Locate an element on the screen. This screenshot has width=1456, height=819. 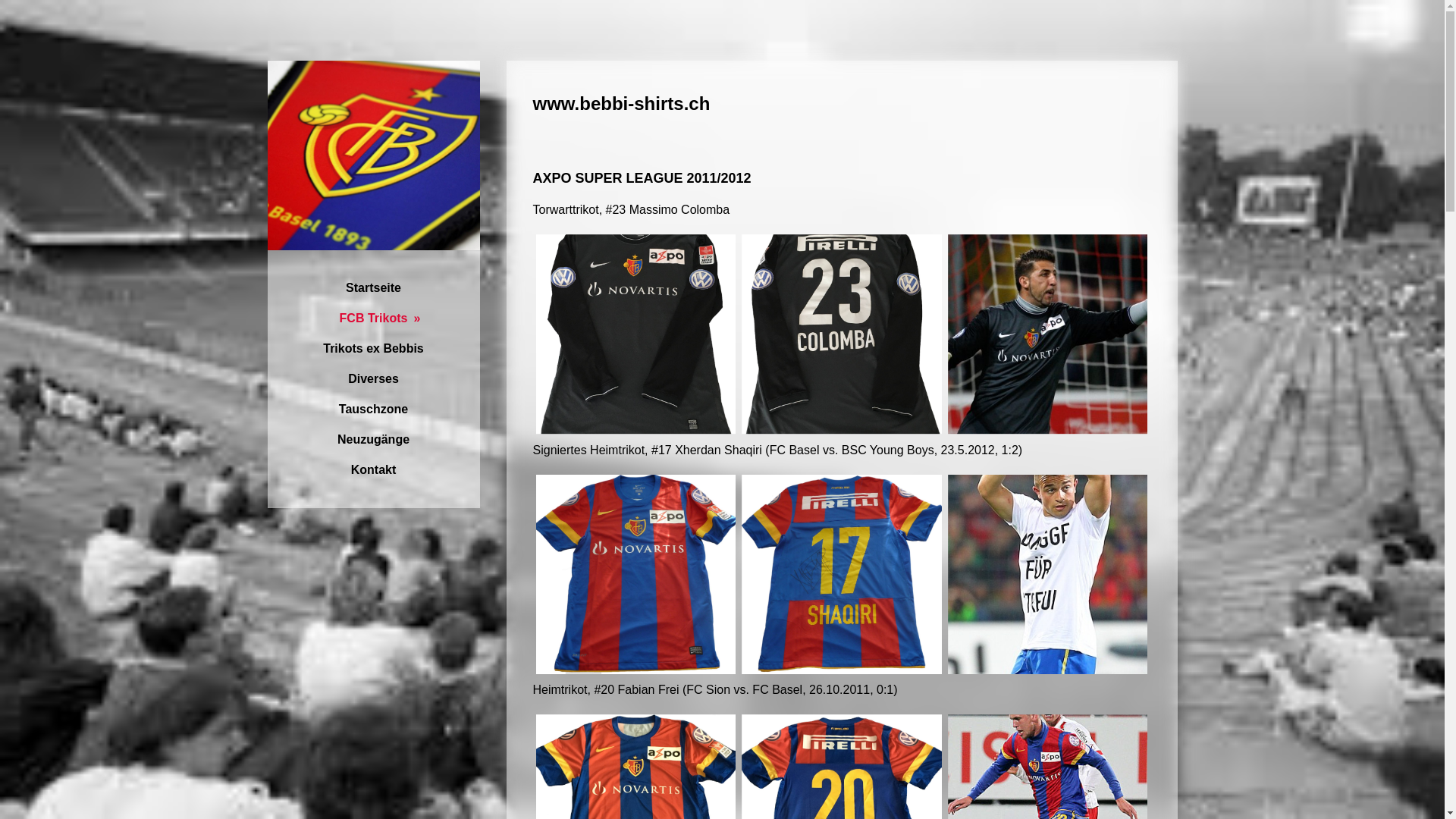
'Startseite' is located at coordinates (372, 288).